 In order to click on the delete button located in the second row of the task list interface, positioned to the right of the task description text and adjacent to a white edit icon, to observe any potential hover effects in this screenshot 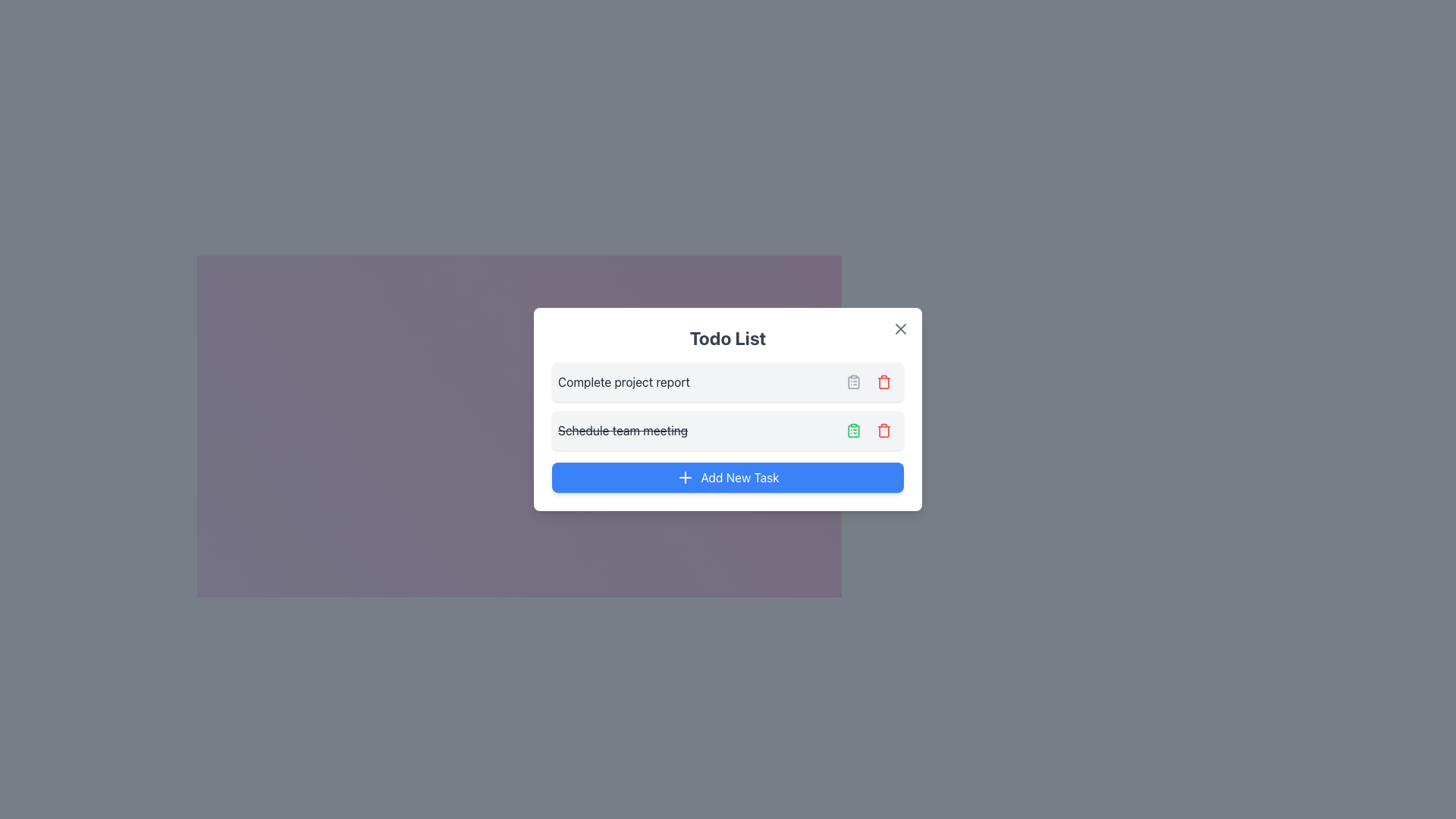, I will do `click(884, 430)`.